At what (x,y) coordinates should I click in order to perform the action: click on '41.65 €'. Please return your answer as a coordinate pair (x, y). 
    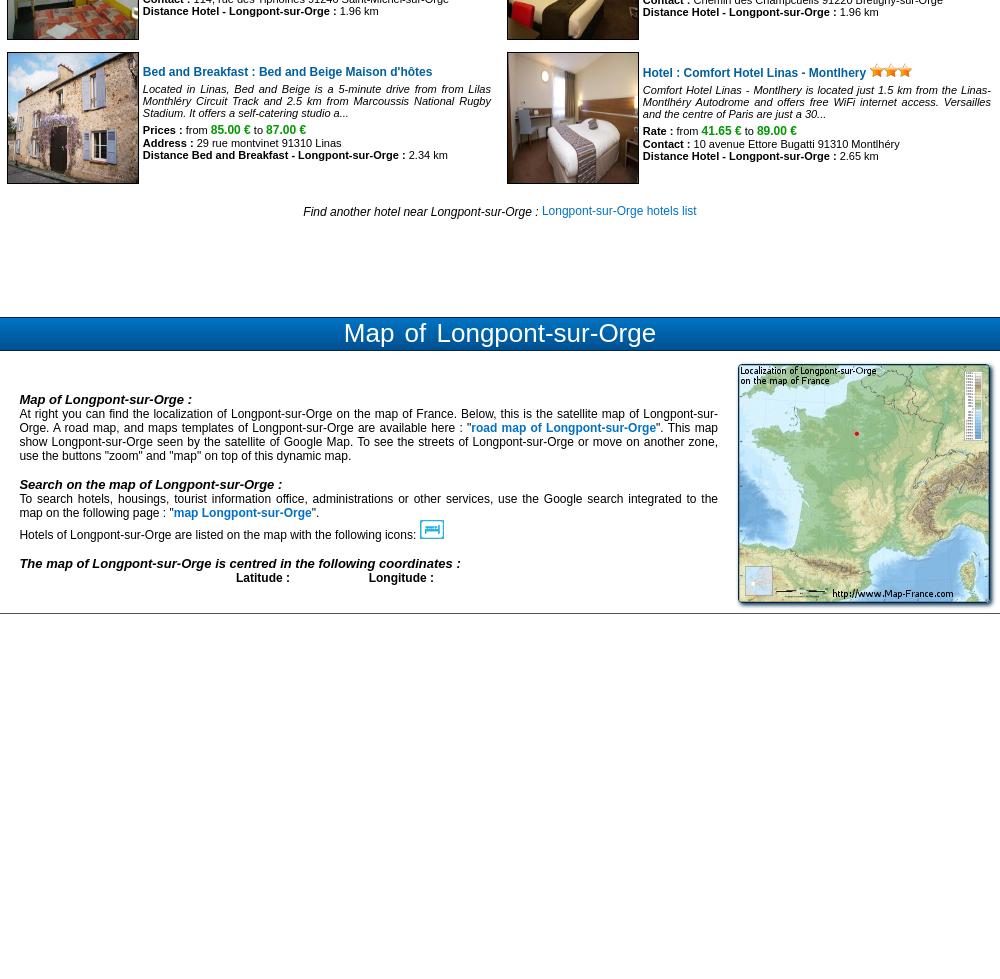
    Looking at the image, I should click on (720, 130).